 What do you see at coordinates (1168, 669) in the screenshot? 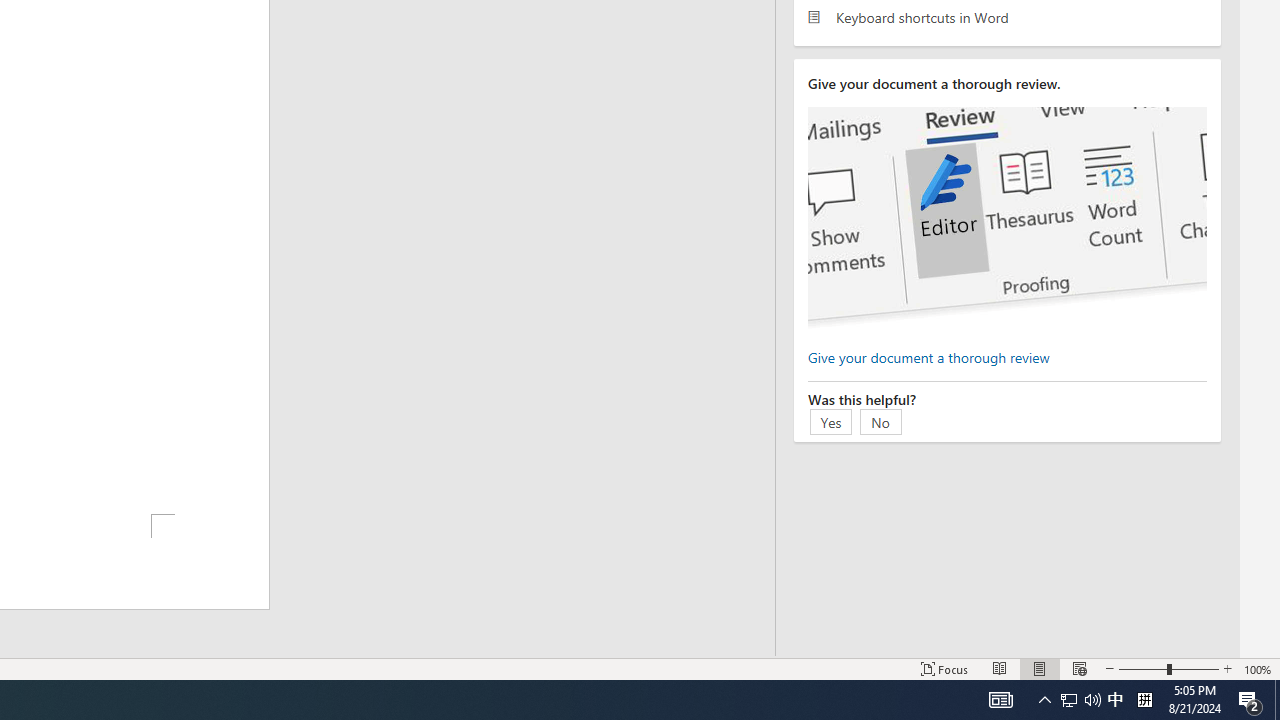
I see `'Zoom'` at bounding box center [1168, 669].